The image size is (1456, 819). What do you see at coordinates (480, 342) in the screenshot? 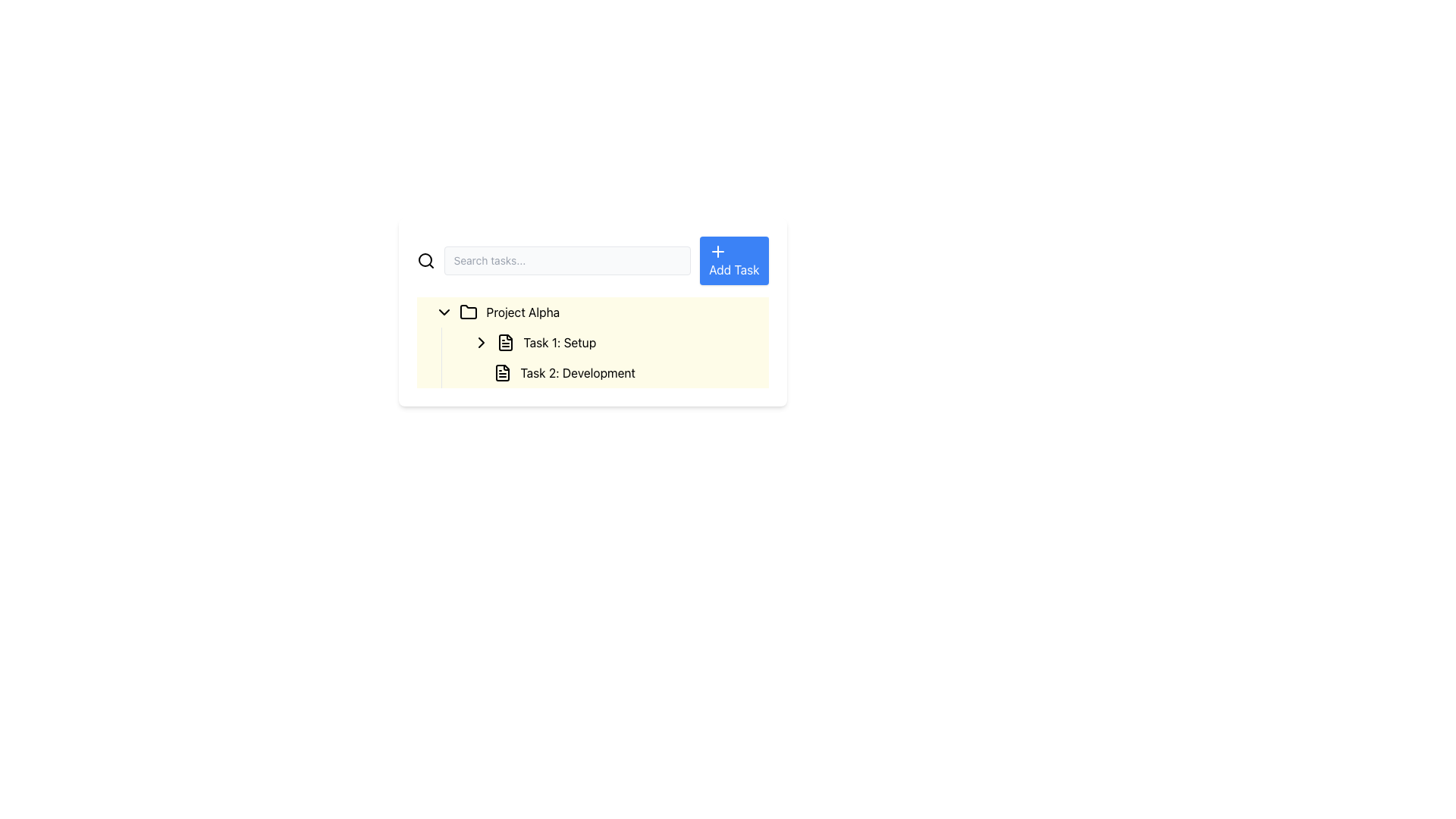
I see `the navigation button located to the left of the text 'Task 1: Setup' in the task list section` at bounding box center [480, 342].